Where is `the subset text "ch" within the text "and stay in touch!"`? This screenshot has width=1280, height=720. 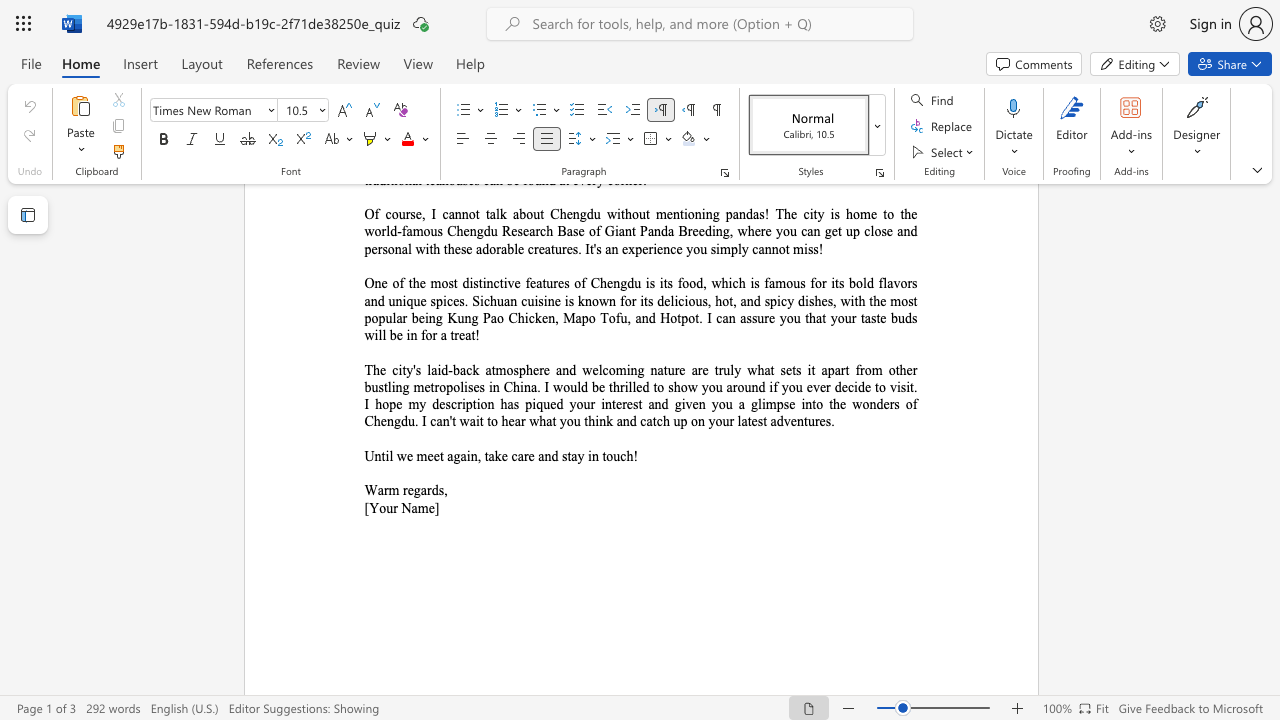
the subset text "ch" within the text "and stay in touch!" is located at coordinates (619, 456).